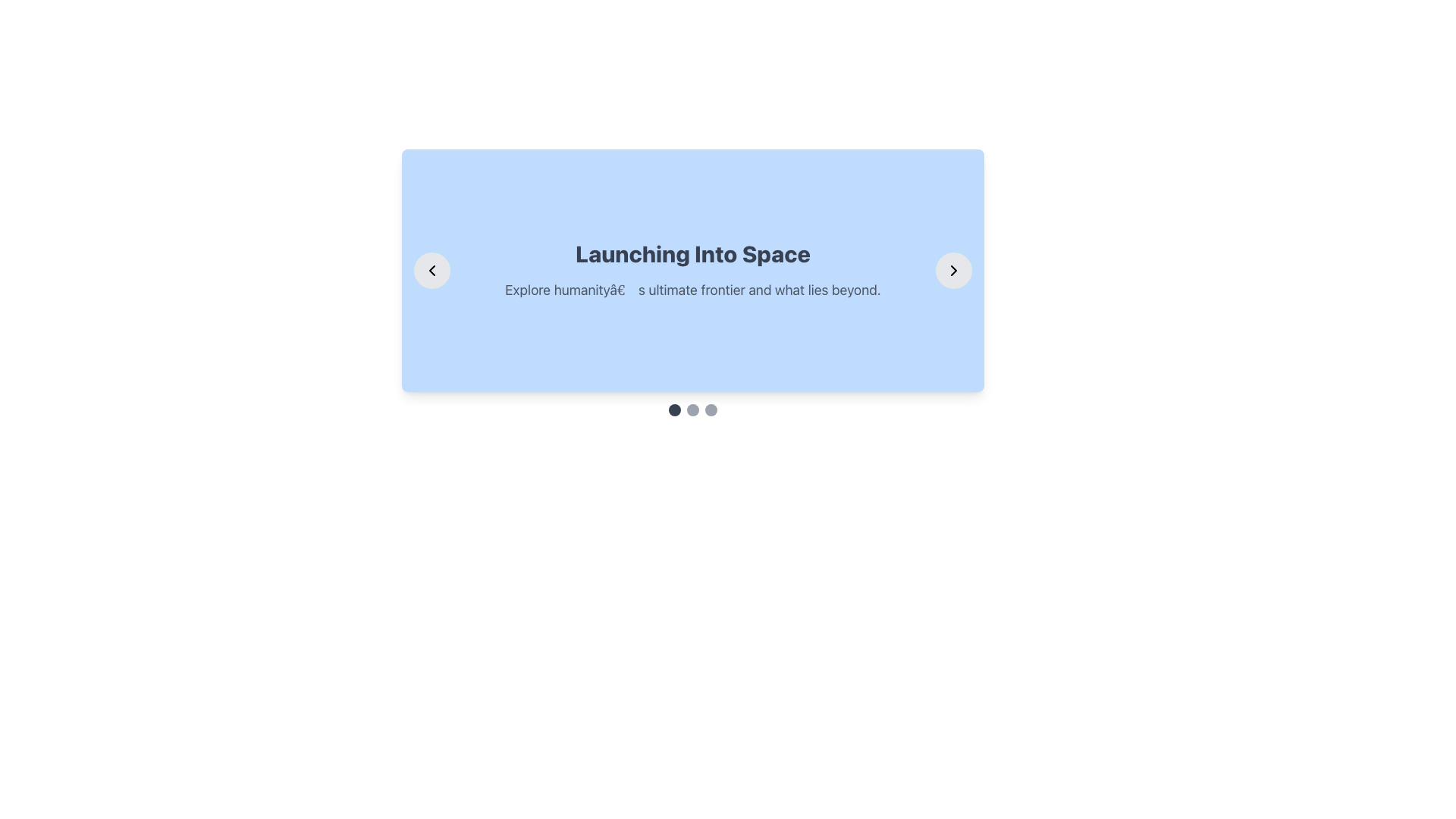 This screenshot has height=819, width=1456. Describe the element at coordinates (673, 409) in the screenshot. I see `the leftmost dot indicator in the pagination control, which is a small circular shape with a grayish-black background` at that location.